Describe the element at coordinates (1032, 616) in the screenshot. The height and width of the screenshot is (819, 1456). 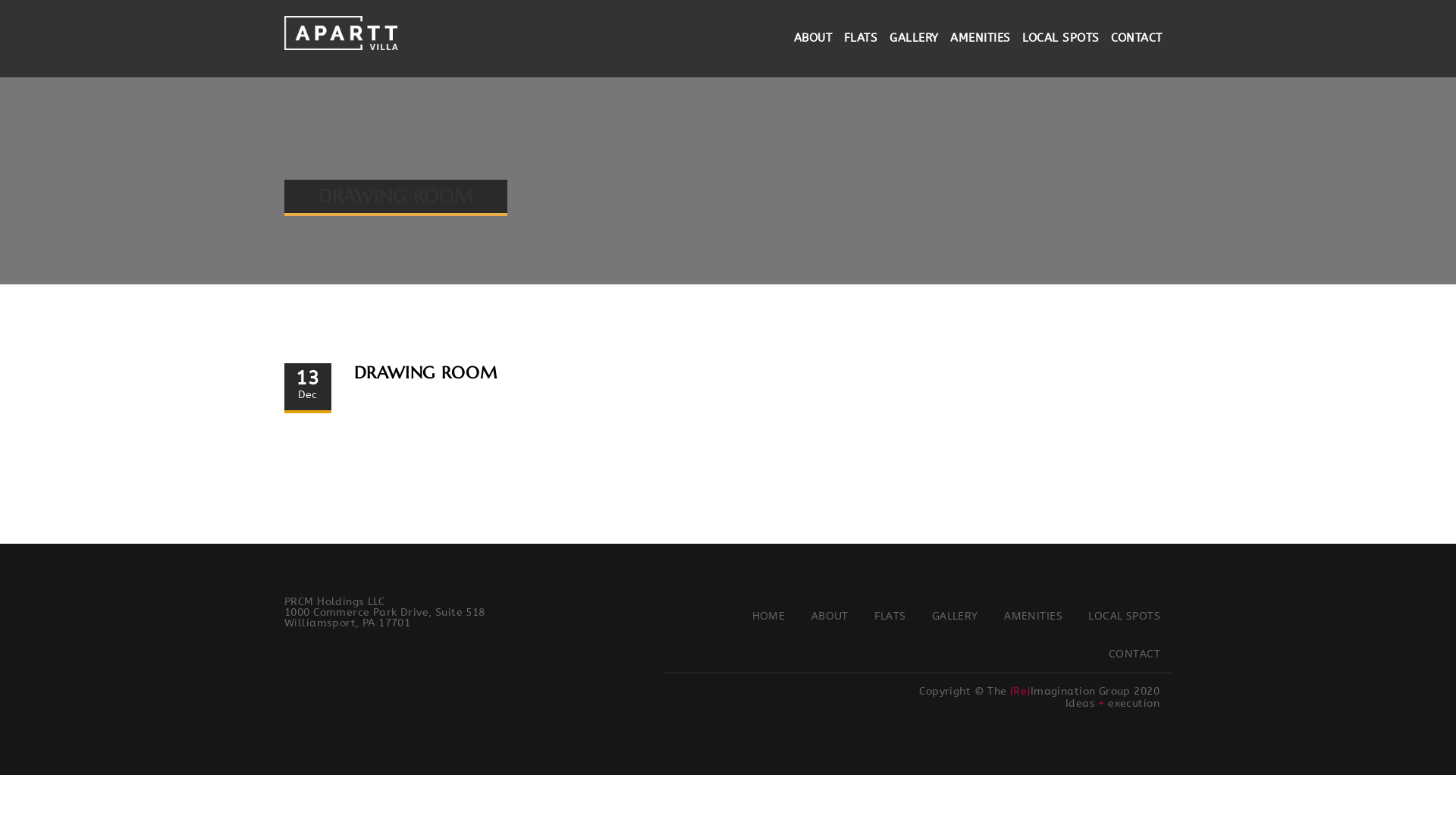
I see `'AMENITIES'` at that location.